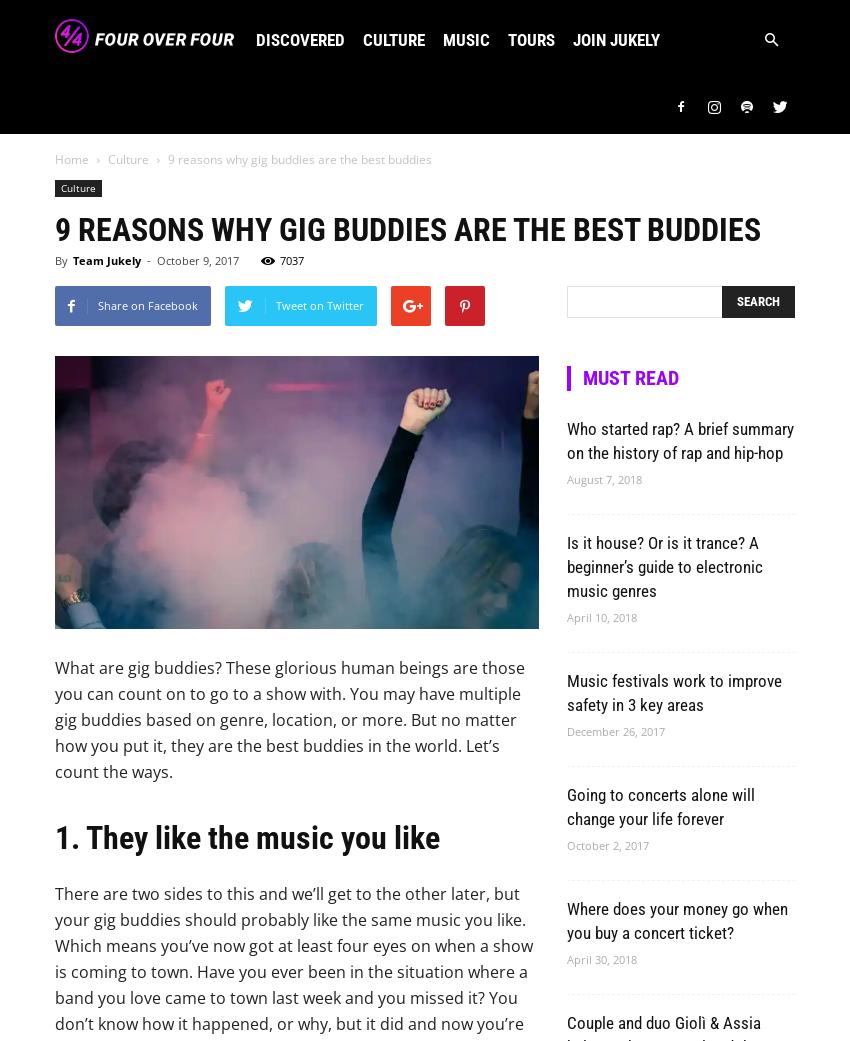 Image resolution: width=850 pixels, height=1041 pixels. Describe the element at coordinates (567, 478) in the screenshot. I see `'August 7, 2018'` at that location.